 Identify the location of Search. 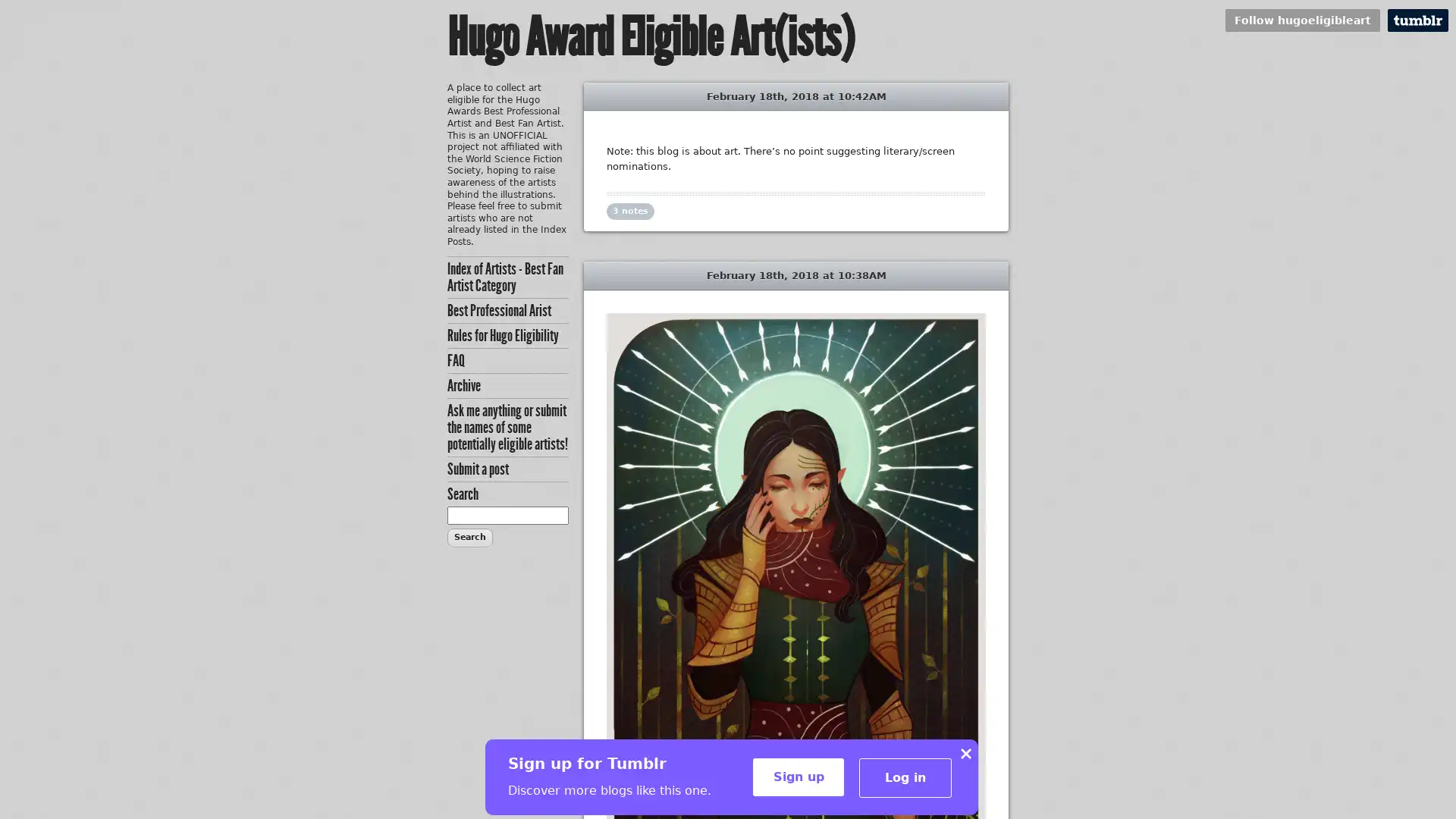
(469, 536).